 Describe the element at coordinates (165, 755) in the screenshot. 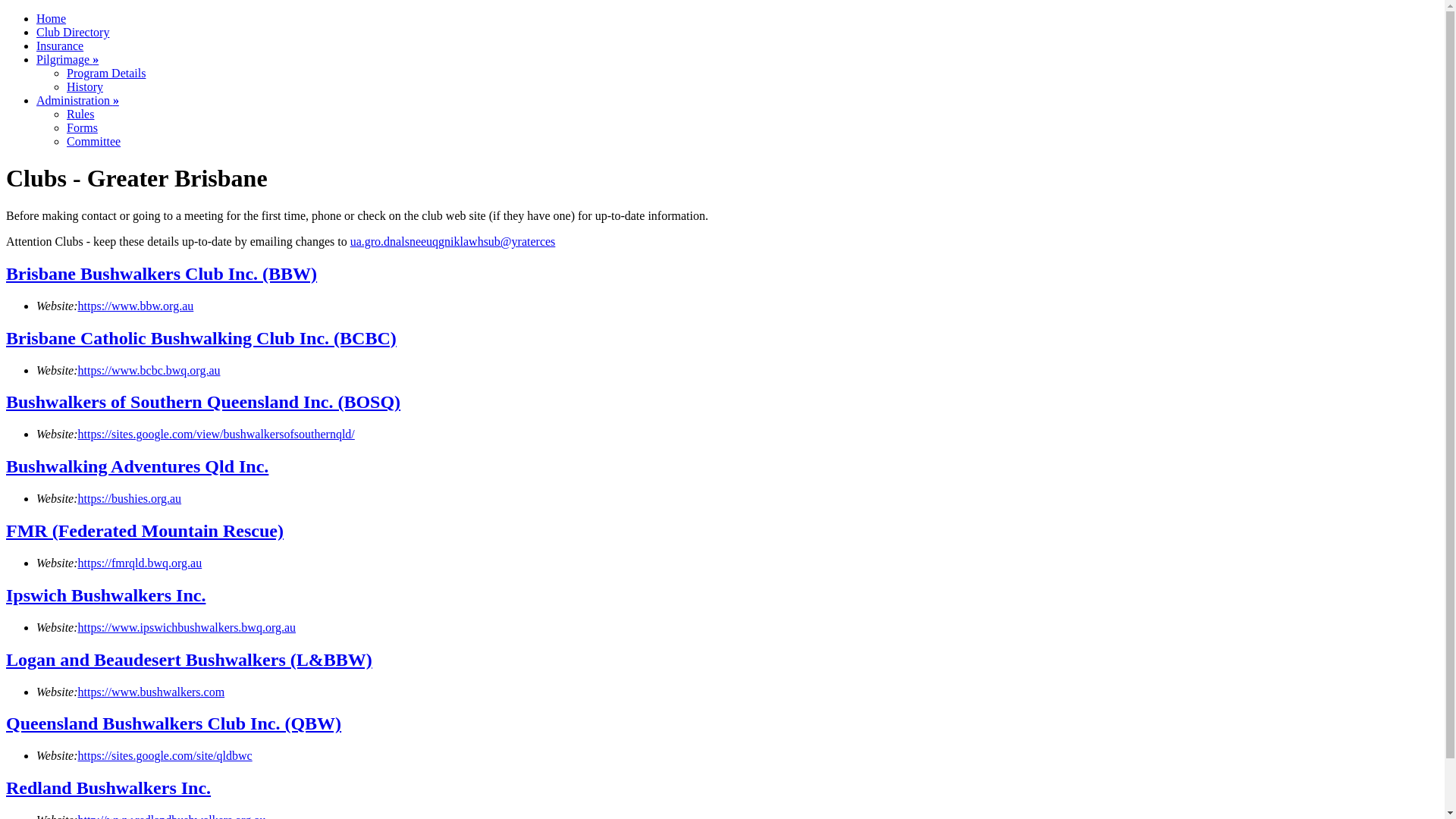

I see `'https://sites.google.com/site/qldbwc'` at that location.